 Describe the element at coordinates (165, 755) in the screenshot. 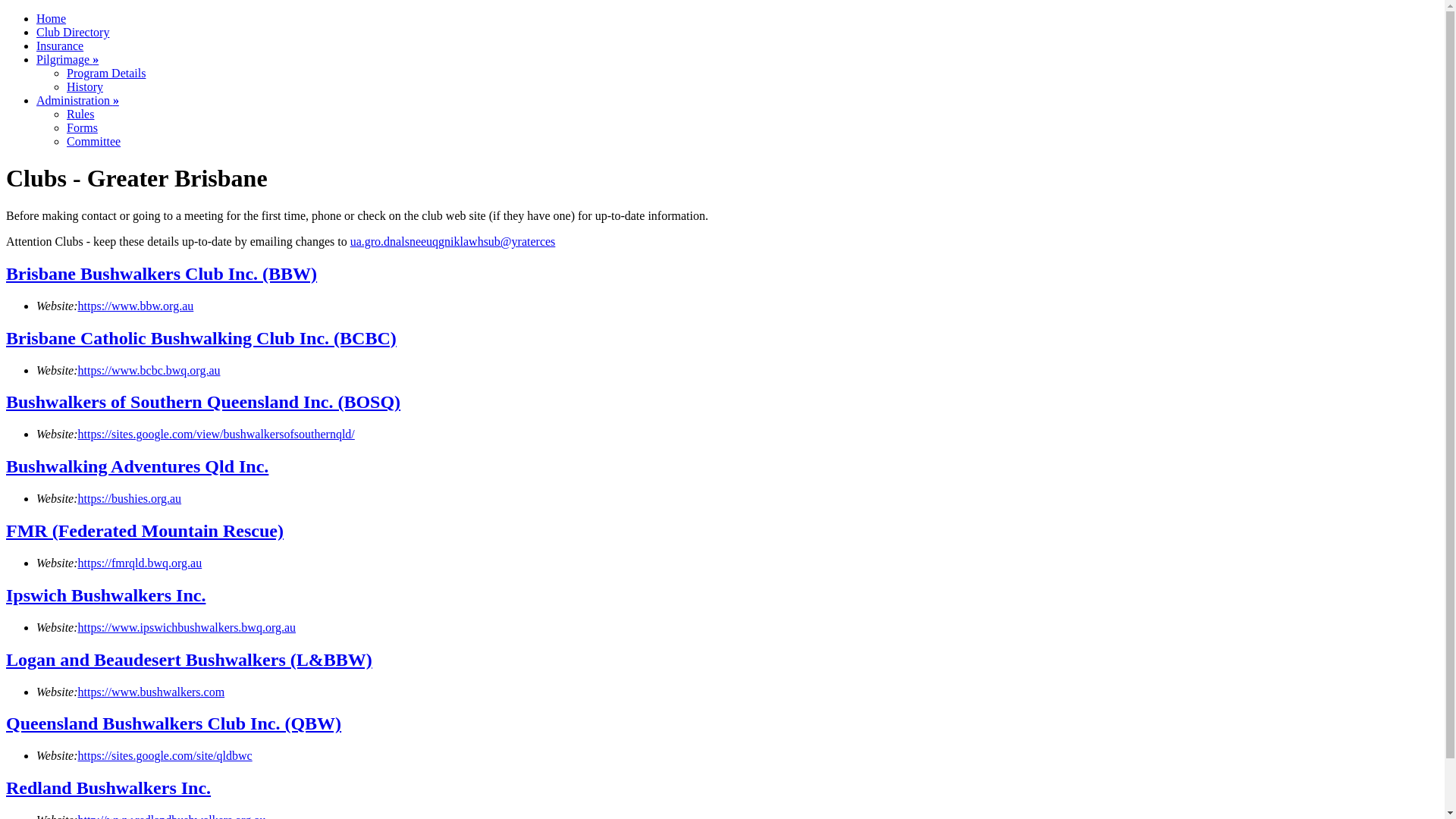

I see `'https://sites.google.com/site/qldbwc'` at that location.